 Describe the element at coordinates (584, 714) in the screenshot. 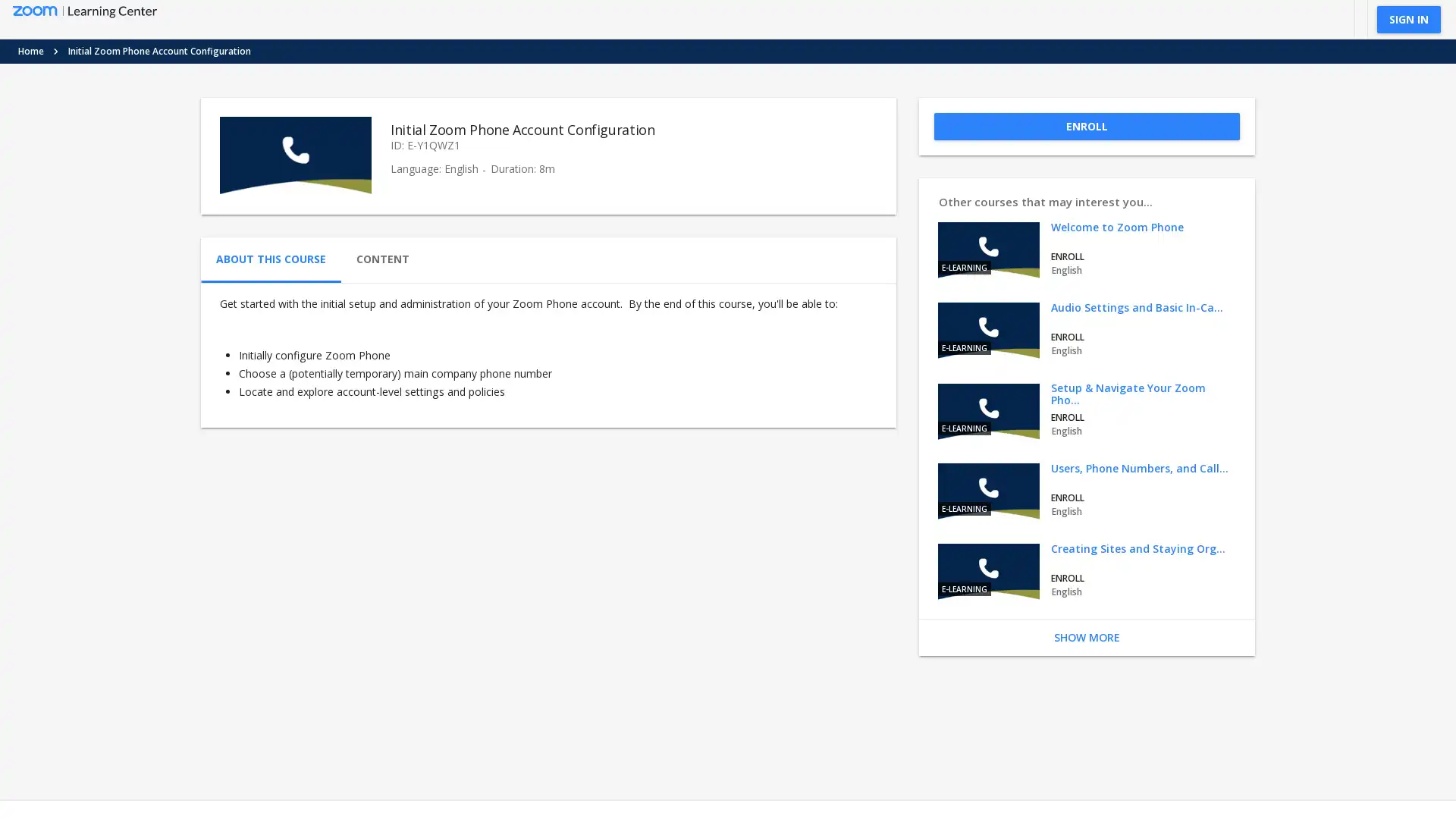

I see `Close` at that location.